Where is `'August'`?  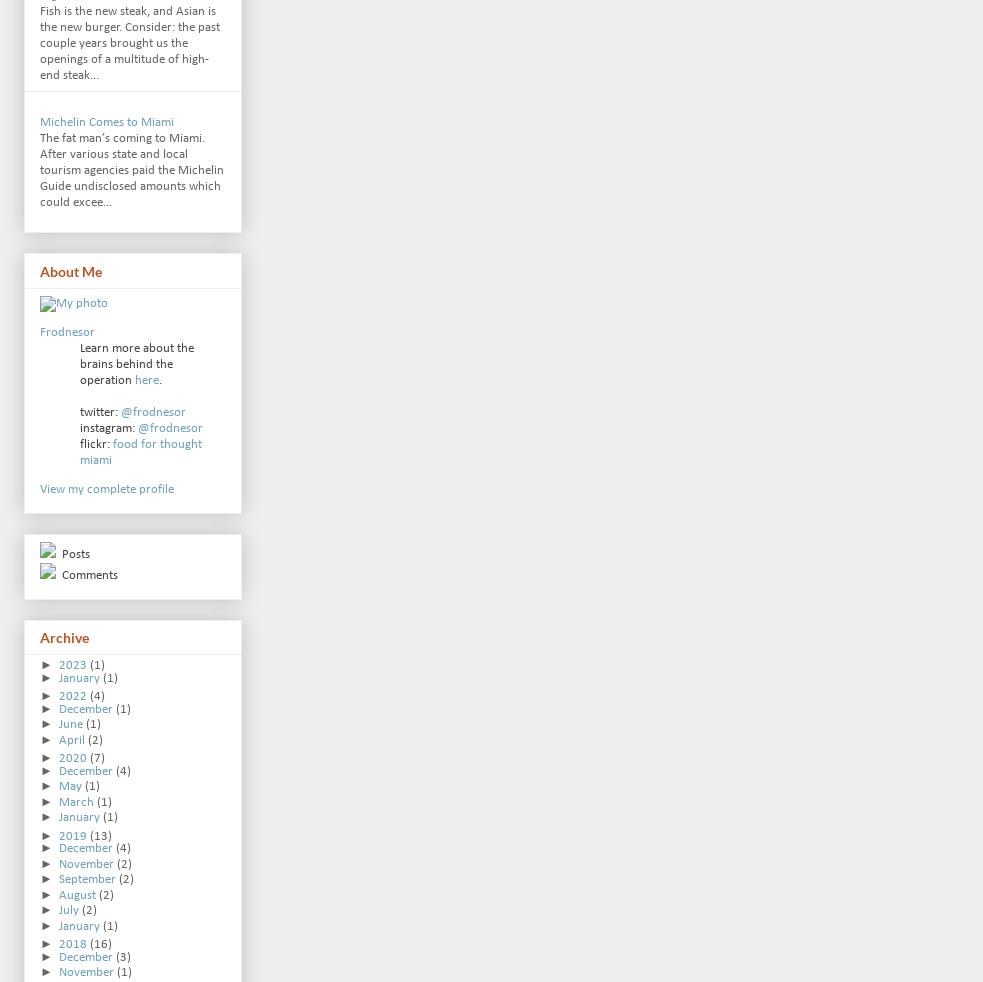
'August' is located at coordinates (76, 894).